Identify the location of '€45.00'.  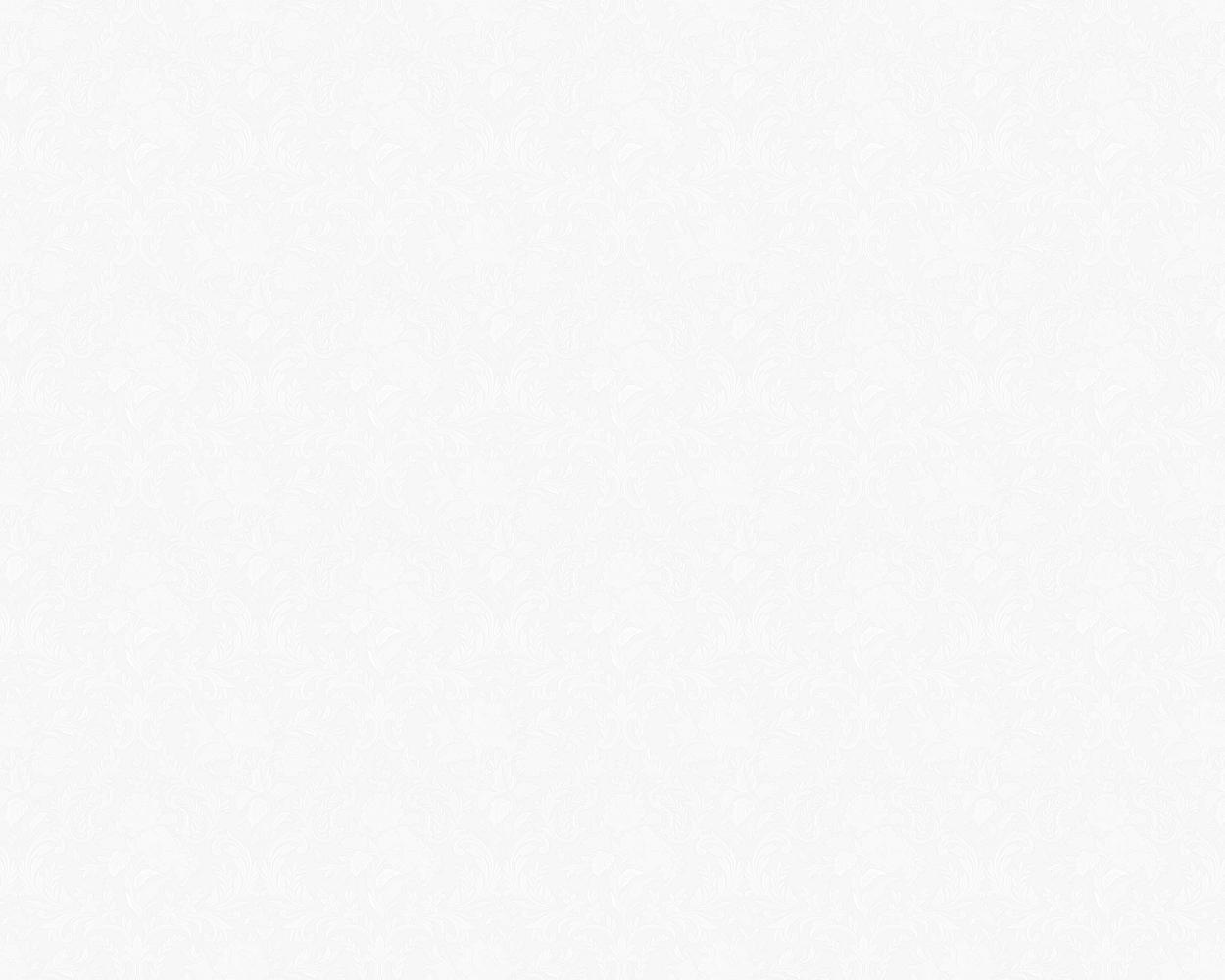
(175, 760).